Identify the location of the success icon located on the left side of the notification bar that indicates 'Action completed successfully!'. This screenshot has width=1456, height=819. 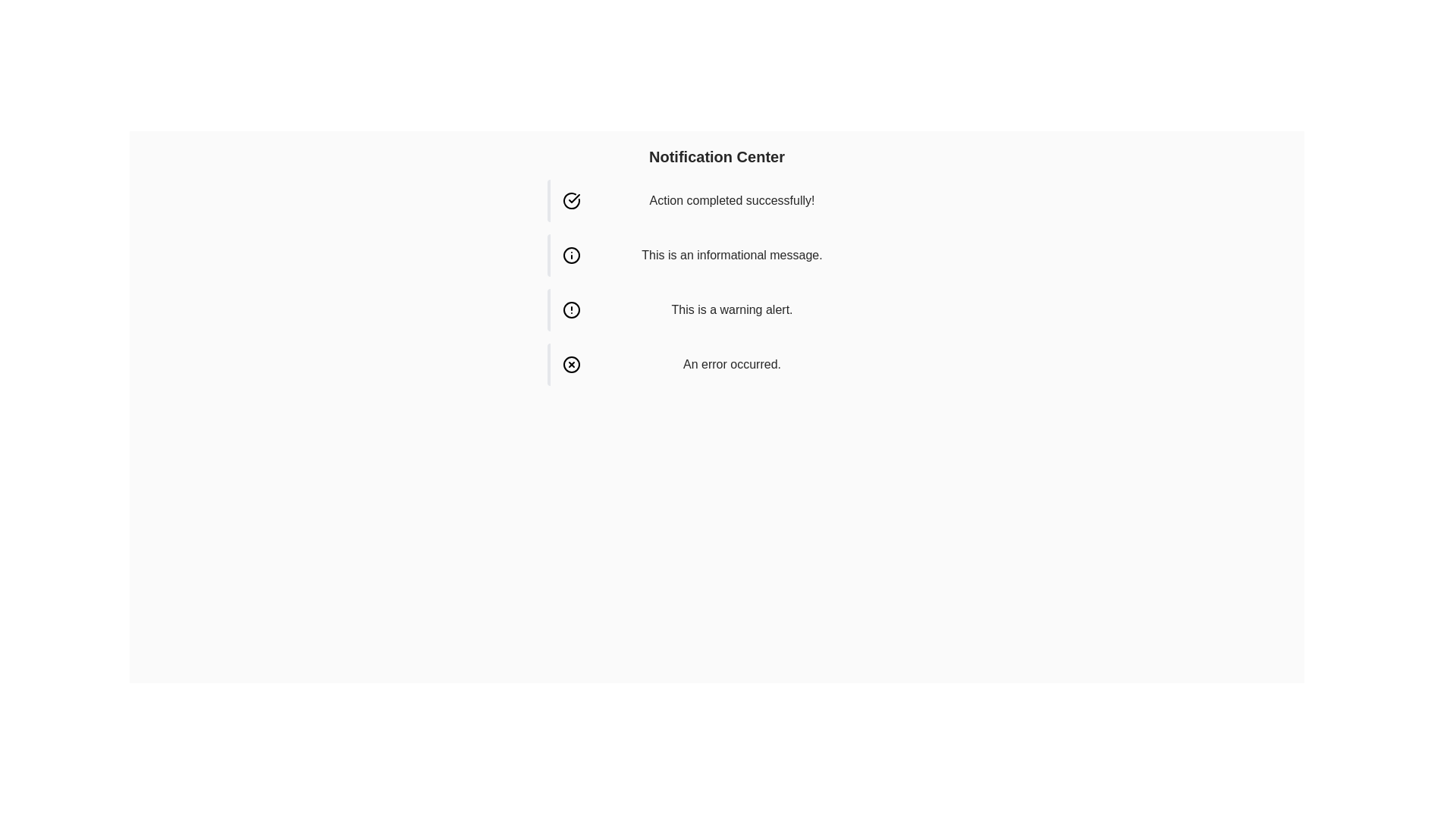
(570, 200).